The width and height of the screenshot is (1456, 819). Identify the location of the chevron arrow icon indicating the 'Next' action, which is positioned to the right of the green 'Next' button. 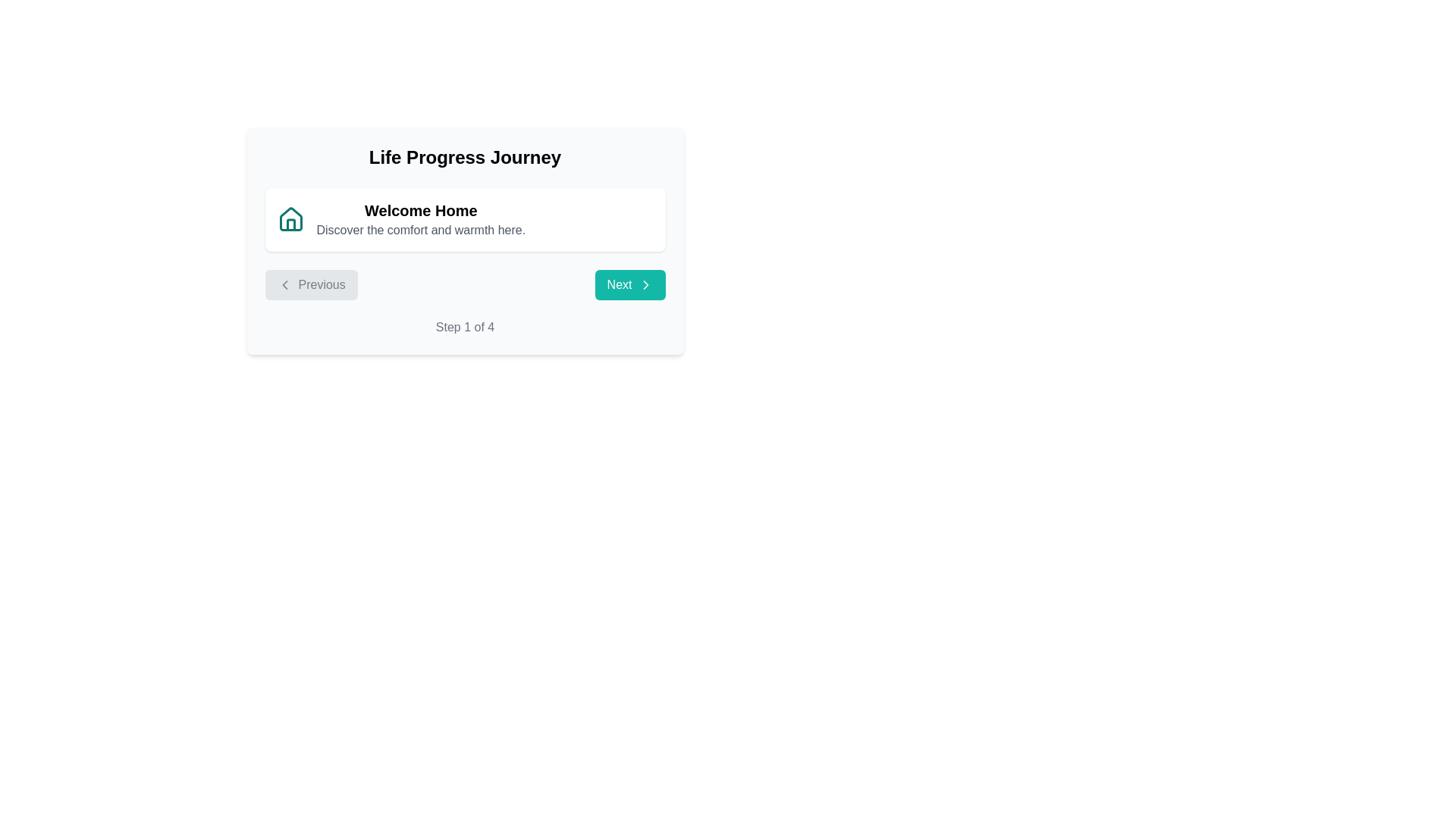
(645, 284).